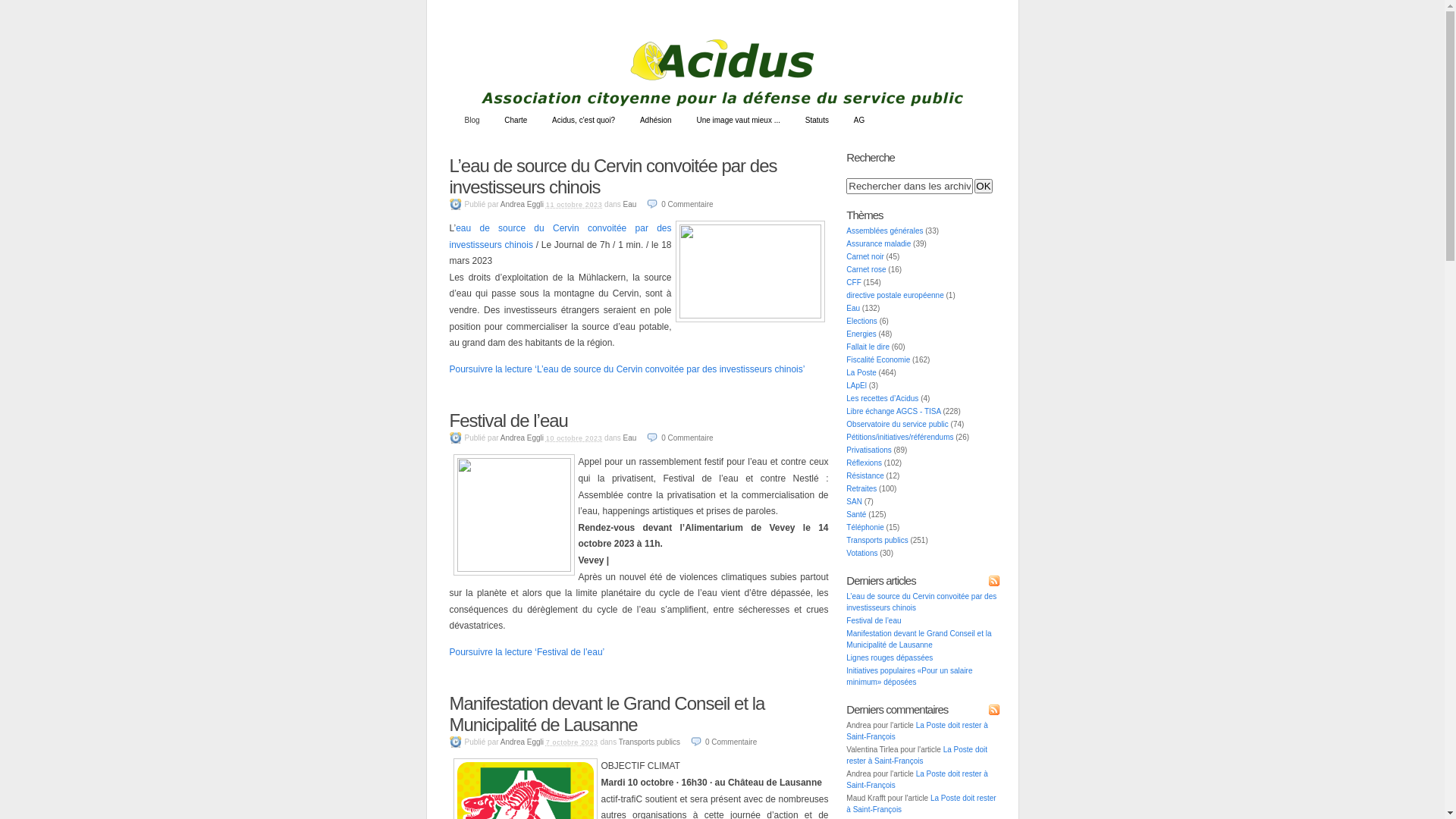  What do you see at coordinates (792, 119) in the screenshot?
I see `'Statuts'` at bounding box center [792, 119].